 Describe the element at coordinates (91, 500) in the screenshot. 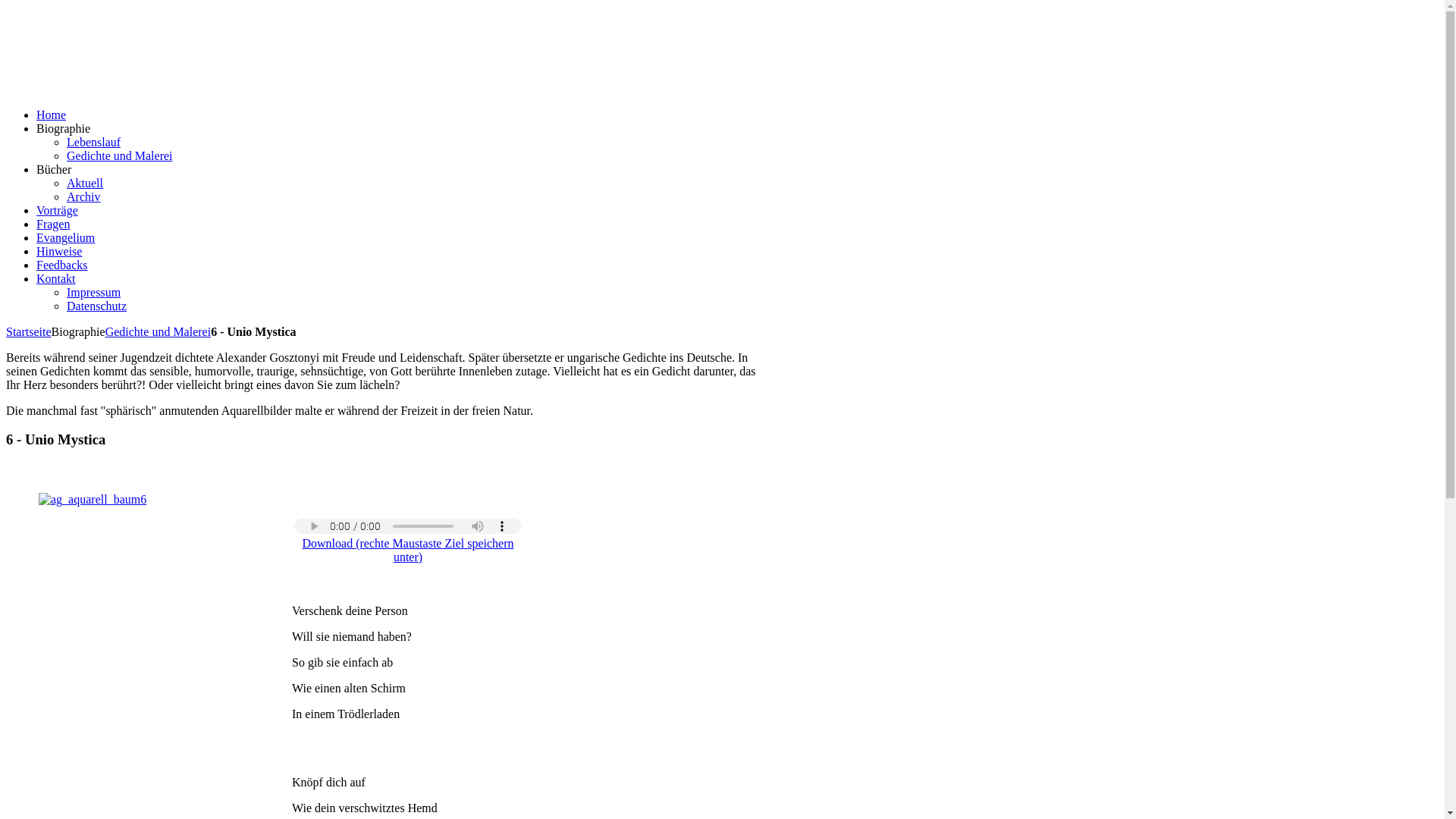

I see `'ag_aquarell_baum6'` at that location.